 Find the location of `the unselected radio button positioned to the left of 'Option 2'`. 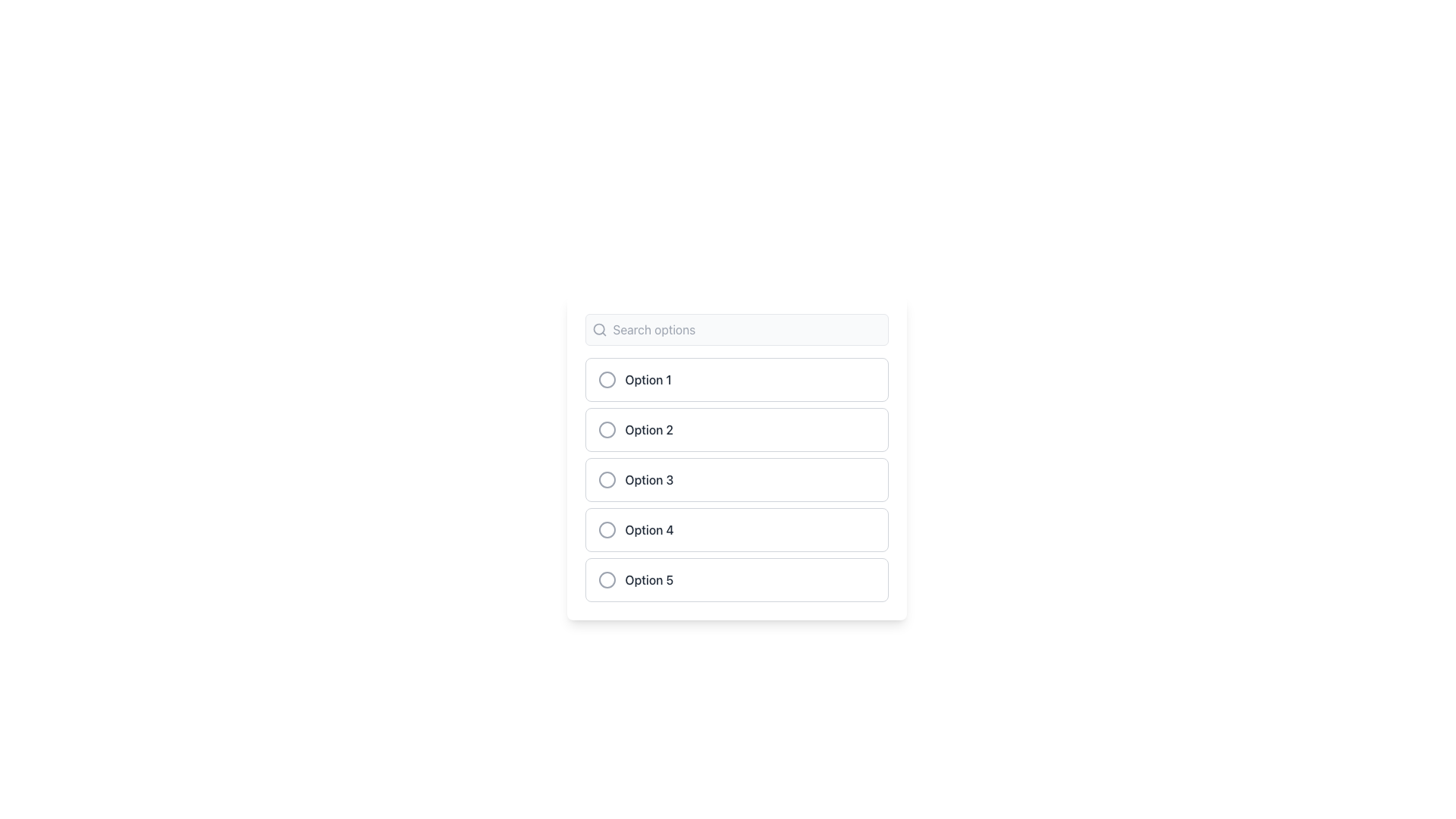

the unselected radio button positioned to the left of 'Option 2' is located at coordinates (607, 430).